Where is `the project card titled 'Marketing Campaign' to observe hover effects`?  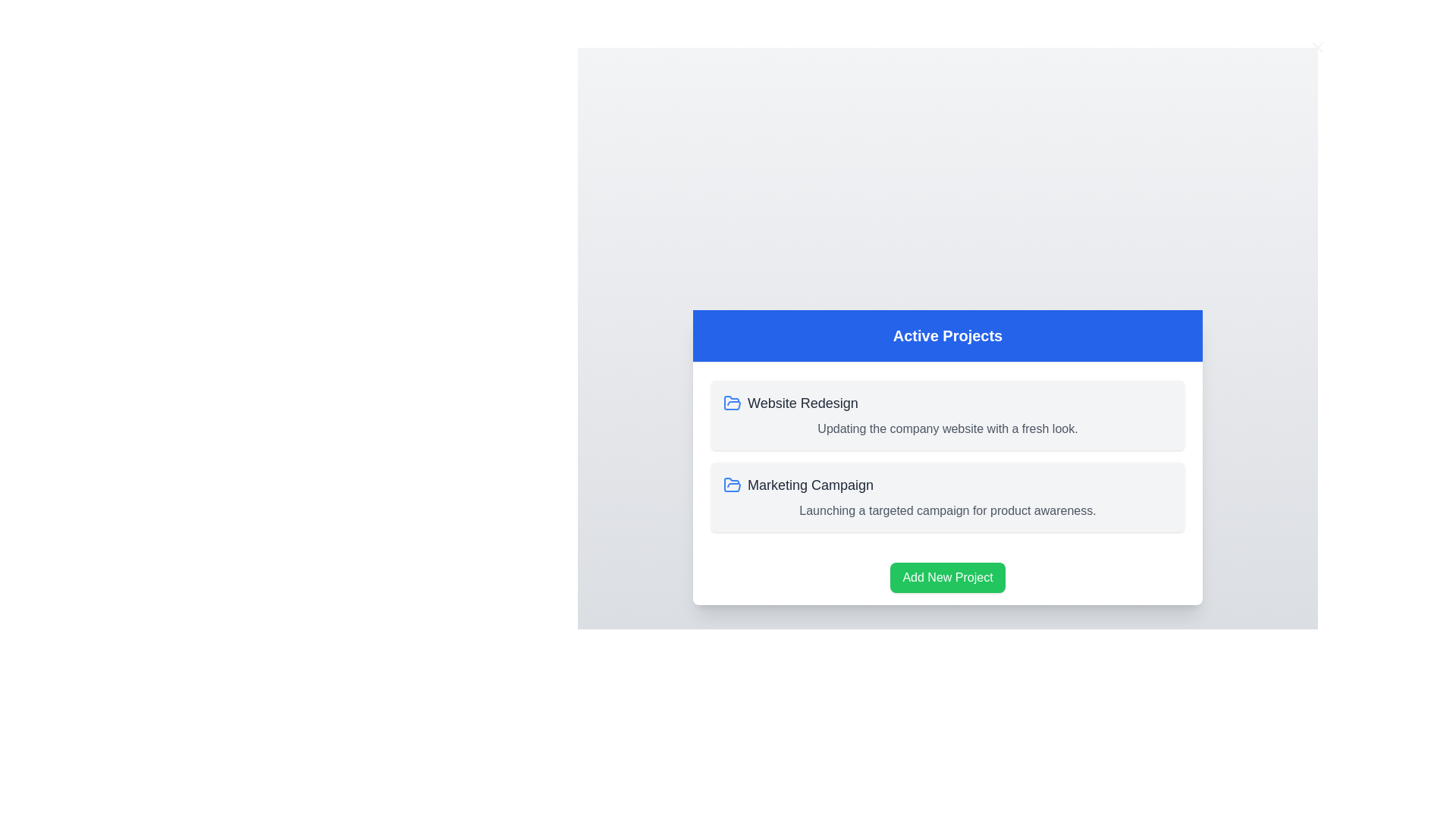
the project card titled 'Marketing Campaign' to observe hover effects is located at coordinates (946, 497).